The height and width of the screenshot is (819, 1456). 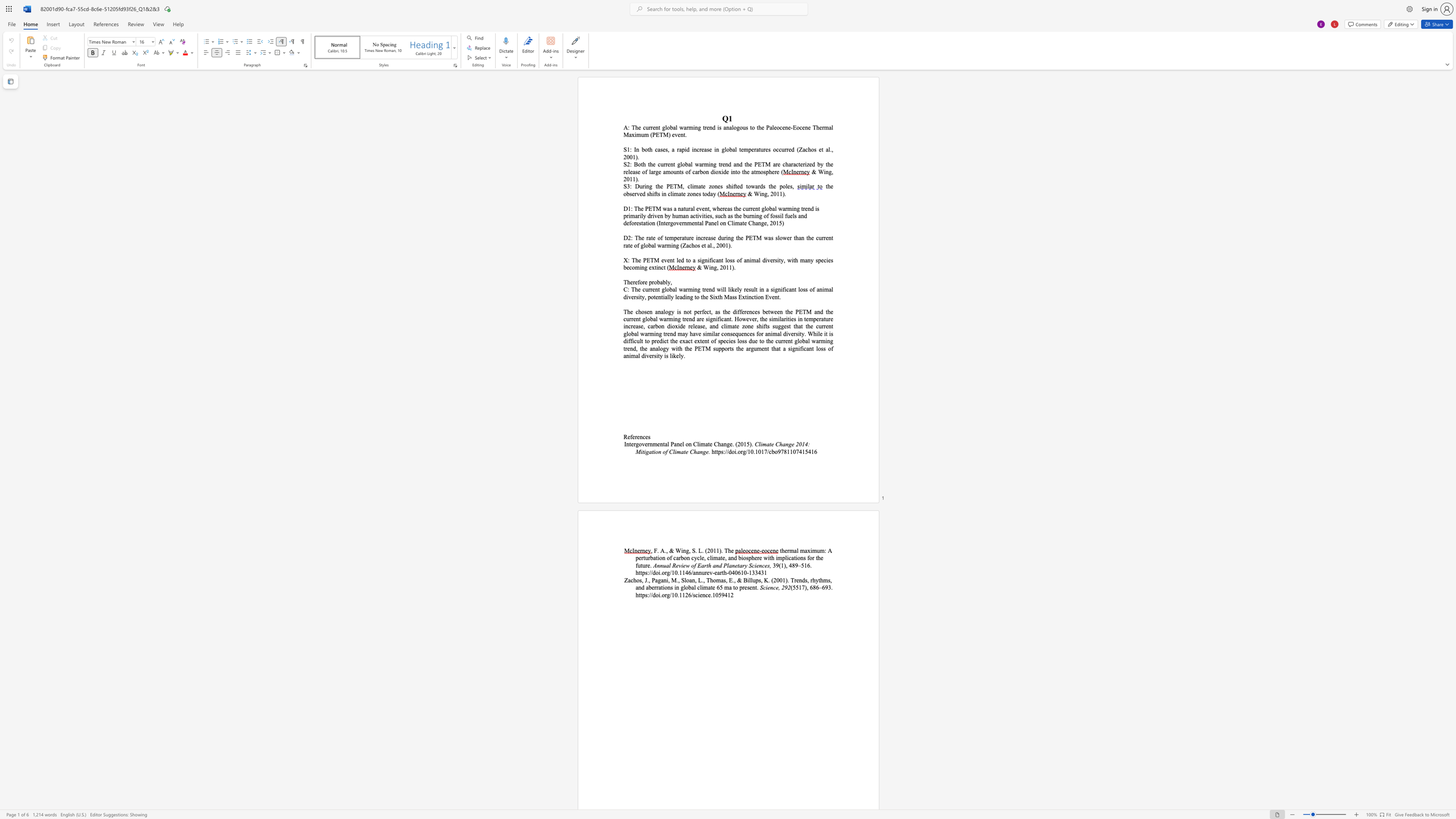 I want to click on the subset text "erfect, as the differences between the PETM and the current global warmi" within the text "The chosen analogy is not perfect, as the differences between the PETM and the current global warming trend are", so click(x=696, y=311).